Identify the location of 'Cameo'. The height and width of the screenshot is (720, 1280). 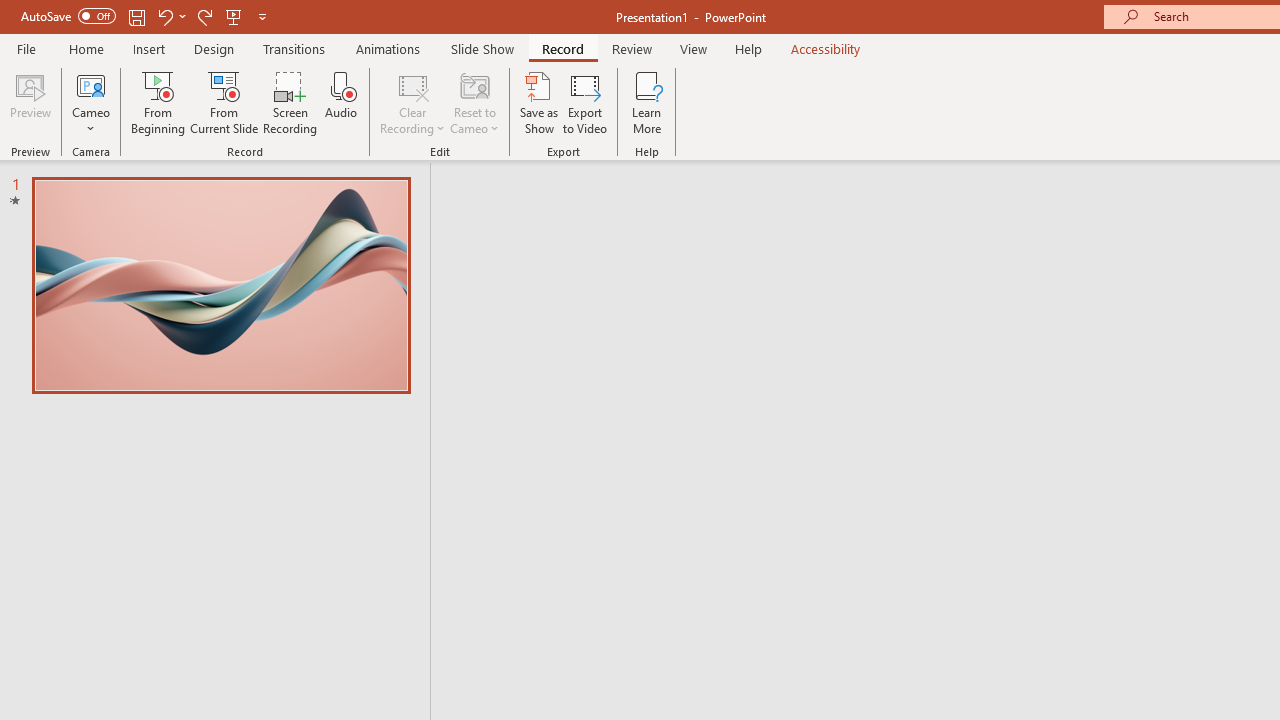
(90, 84).